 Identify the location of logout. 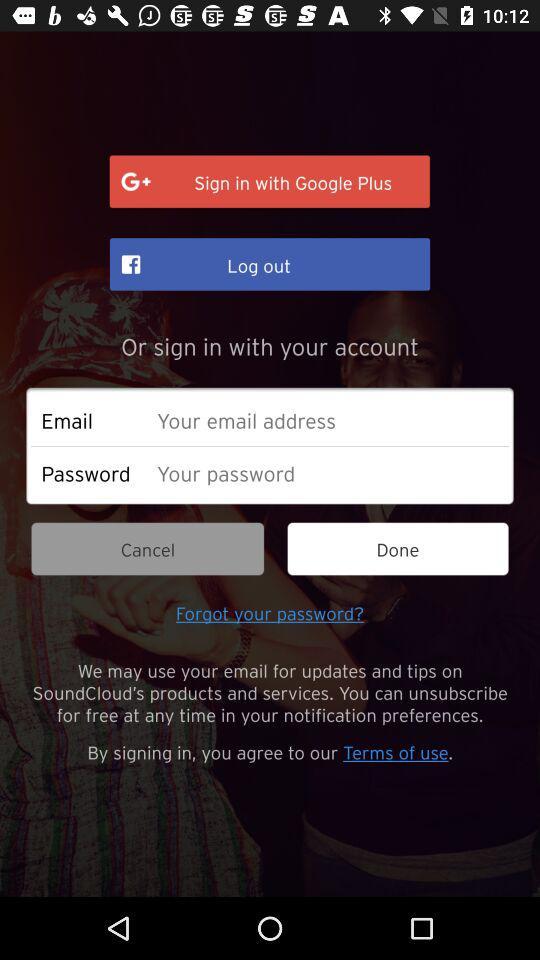
(270, 263).